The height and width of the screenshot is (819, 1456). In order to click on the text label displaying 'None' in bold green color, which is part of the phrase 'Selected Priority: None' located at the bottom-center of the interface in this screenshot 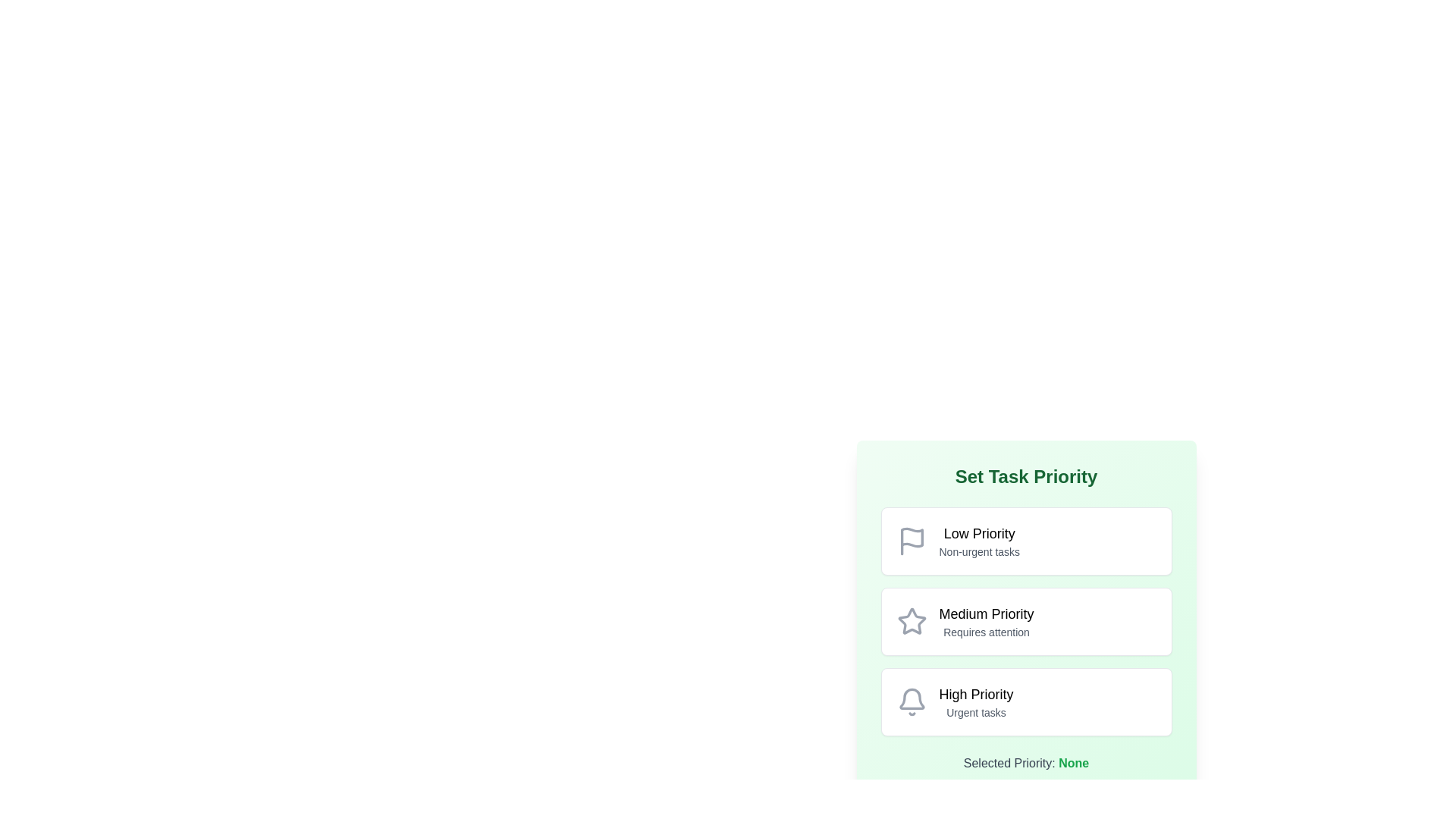, I will do `click(1073, 763)`.